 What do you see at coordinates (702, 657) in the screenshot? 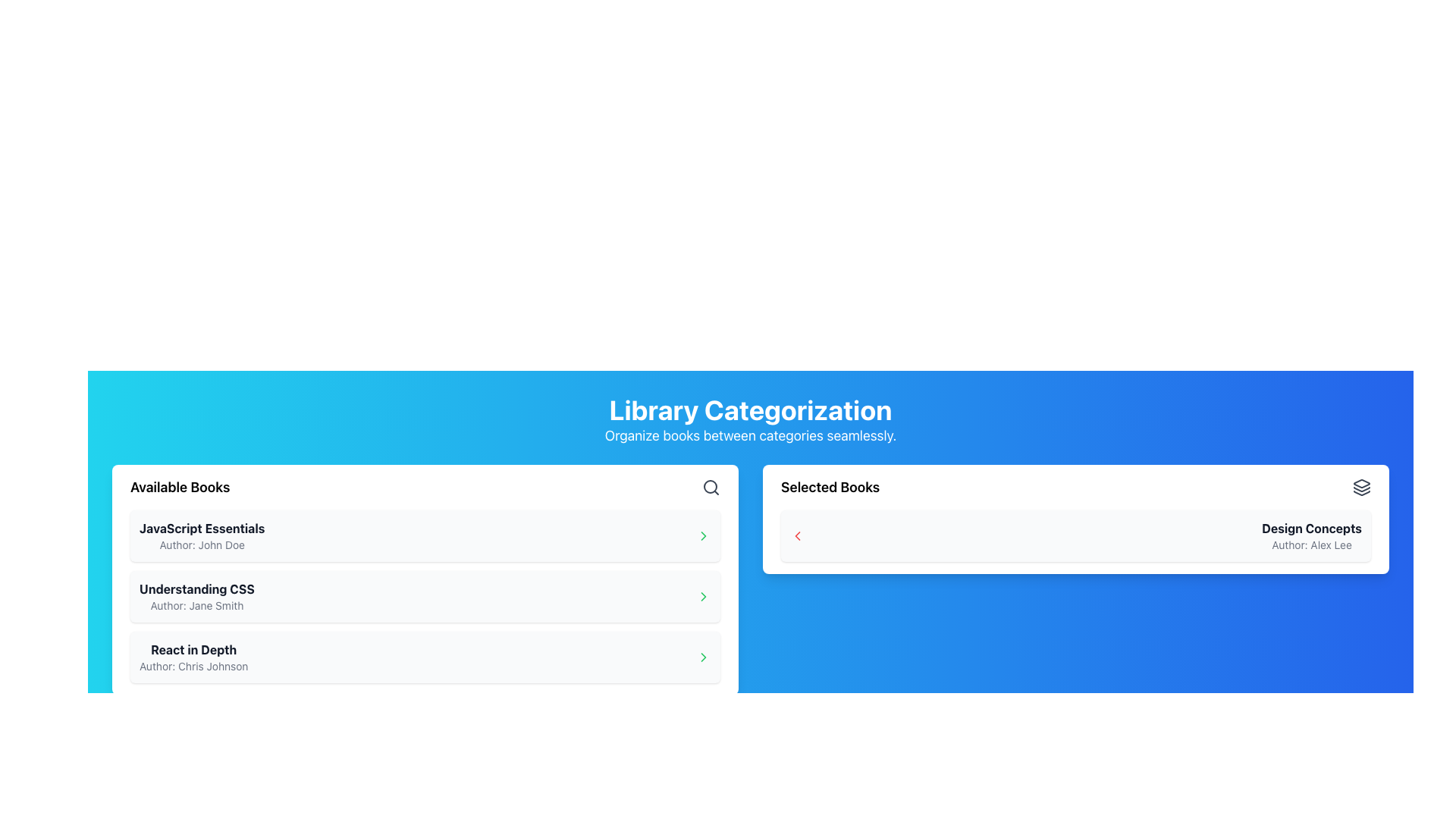
I see `the chevron icon button located at the bottom-right corner of the 'React in Depth' card in the 'Available Books' section` at bounding box center [702, 657].